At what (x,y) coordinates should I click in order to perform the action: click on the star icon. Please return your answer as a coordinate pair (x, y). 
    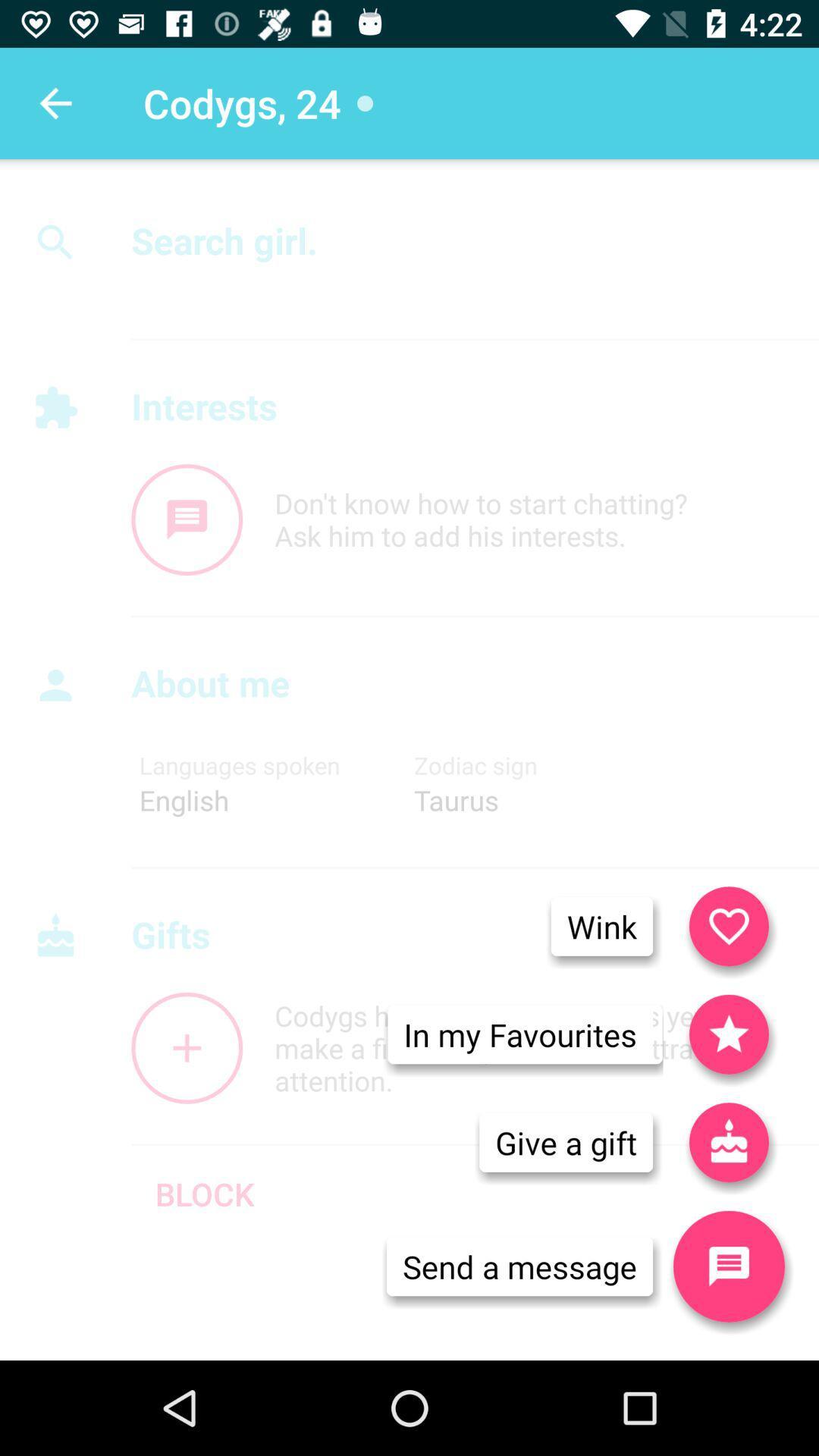
    Looking at the image, I should click on (728, 1034).